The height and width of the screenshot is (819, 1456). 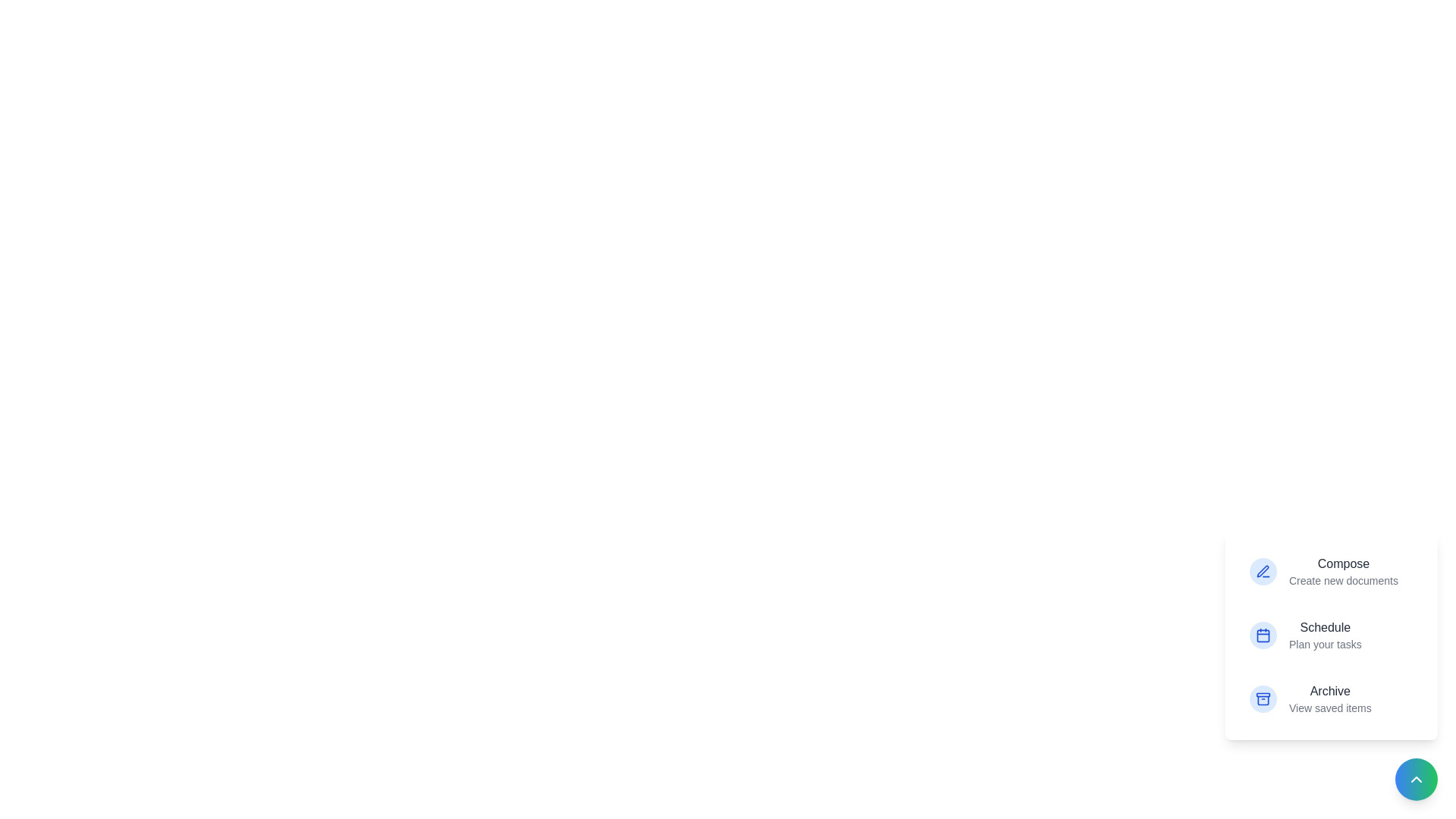 I want to click on the icon corresponding to Compose in the action menu, so click(x=1263, y=571).